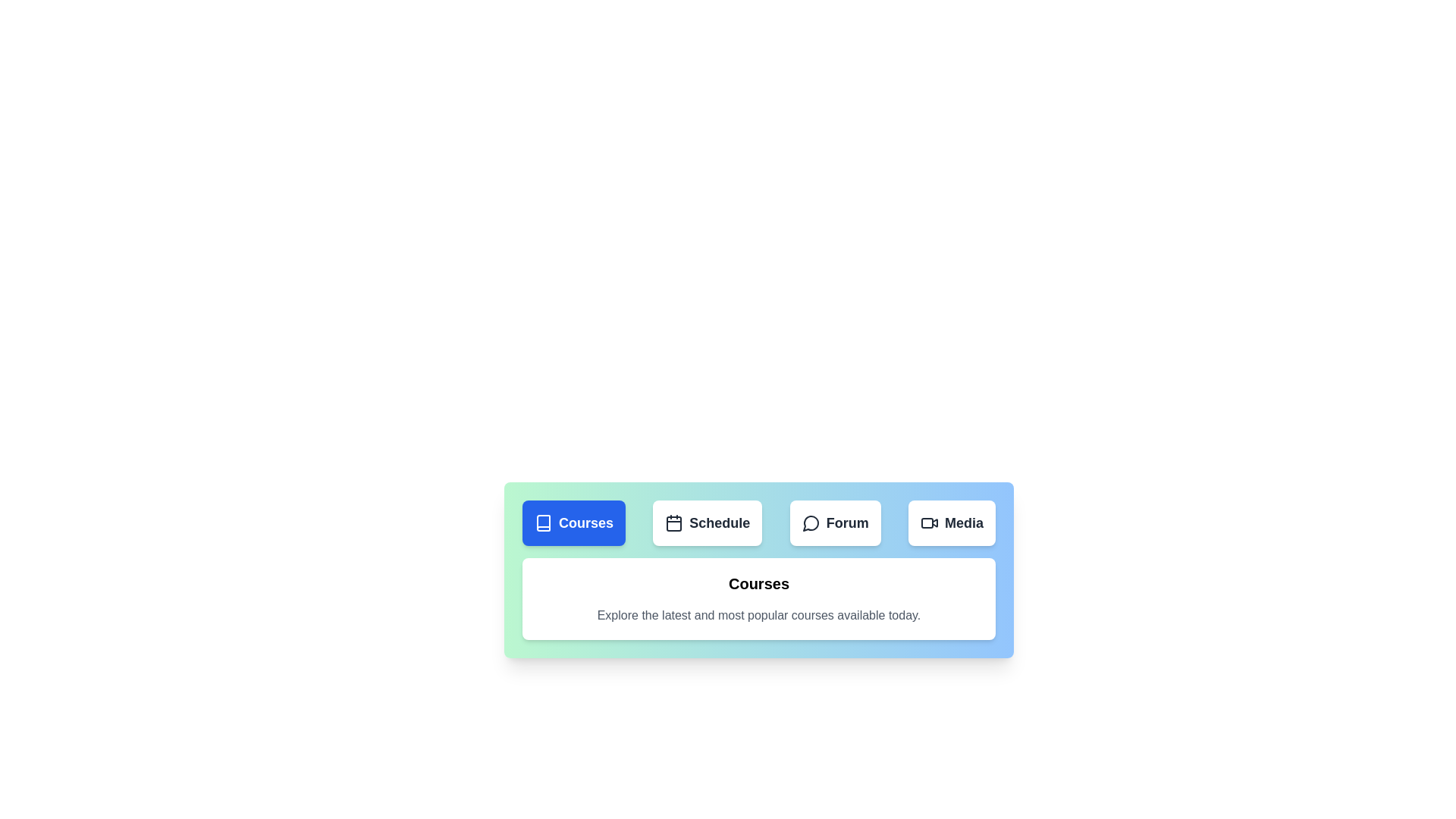 This screenshot has height=819, width=1456. Describe the element at coordinates (835, 522) in the screenshot. I see `the tab labeled Forum to view its content` at that location.